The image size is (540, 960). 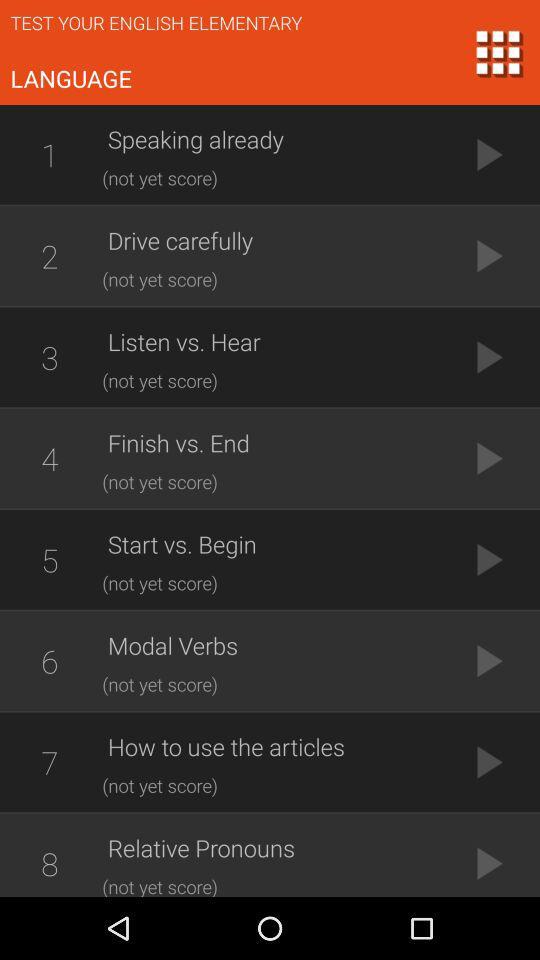 I want to click on icon below 4 item, so click(x=49, y=559).